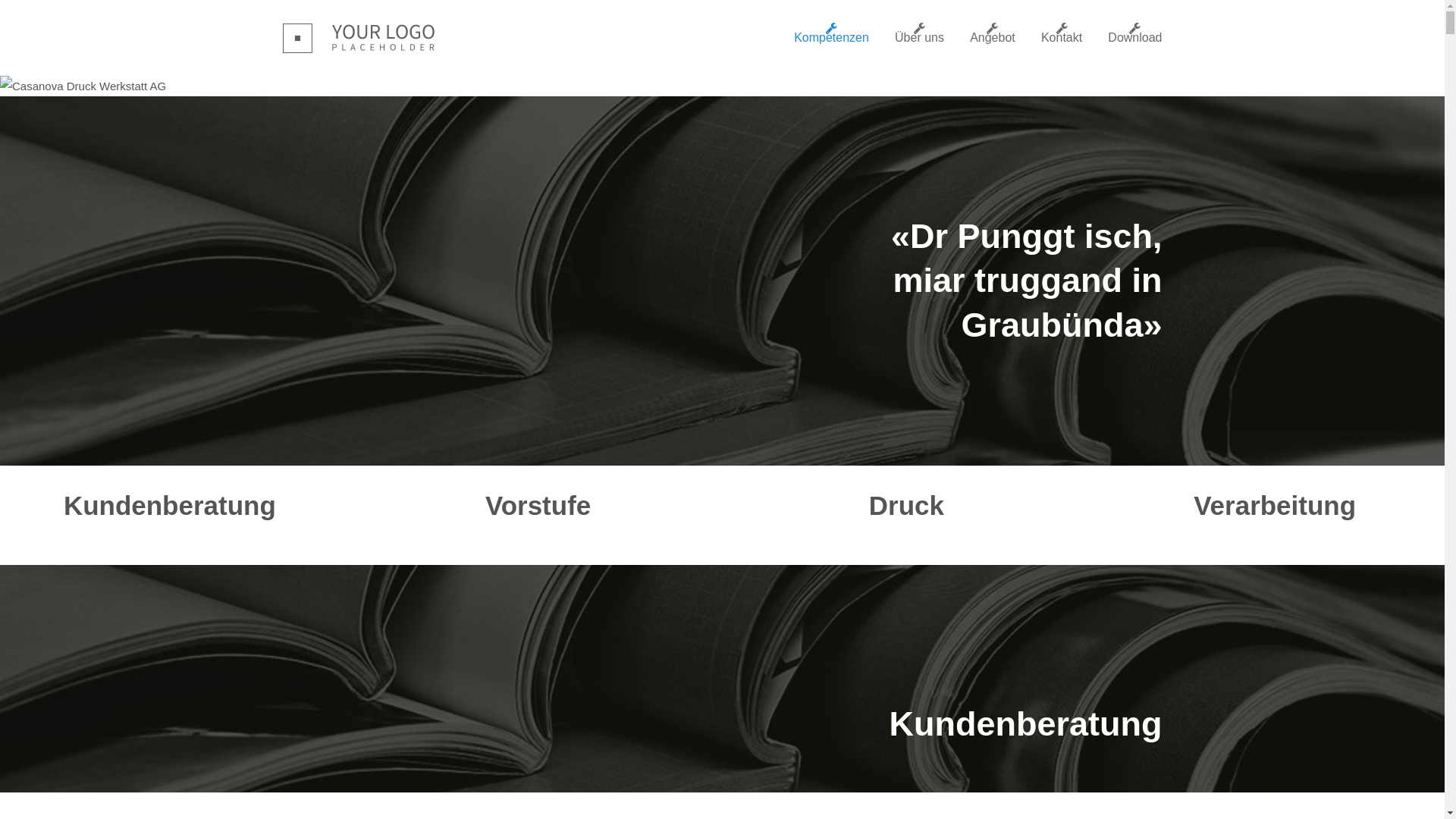 This screenshot has width=1456, height=819. I want to click on 'Angebot', so click(993, 37).